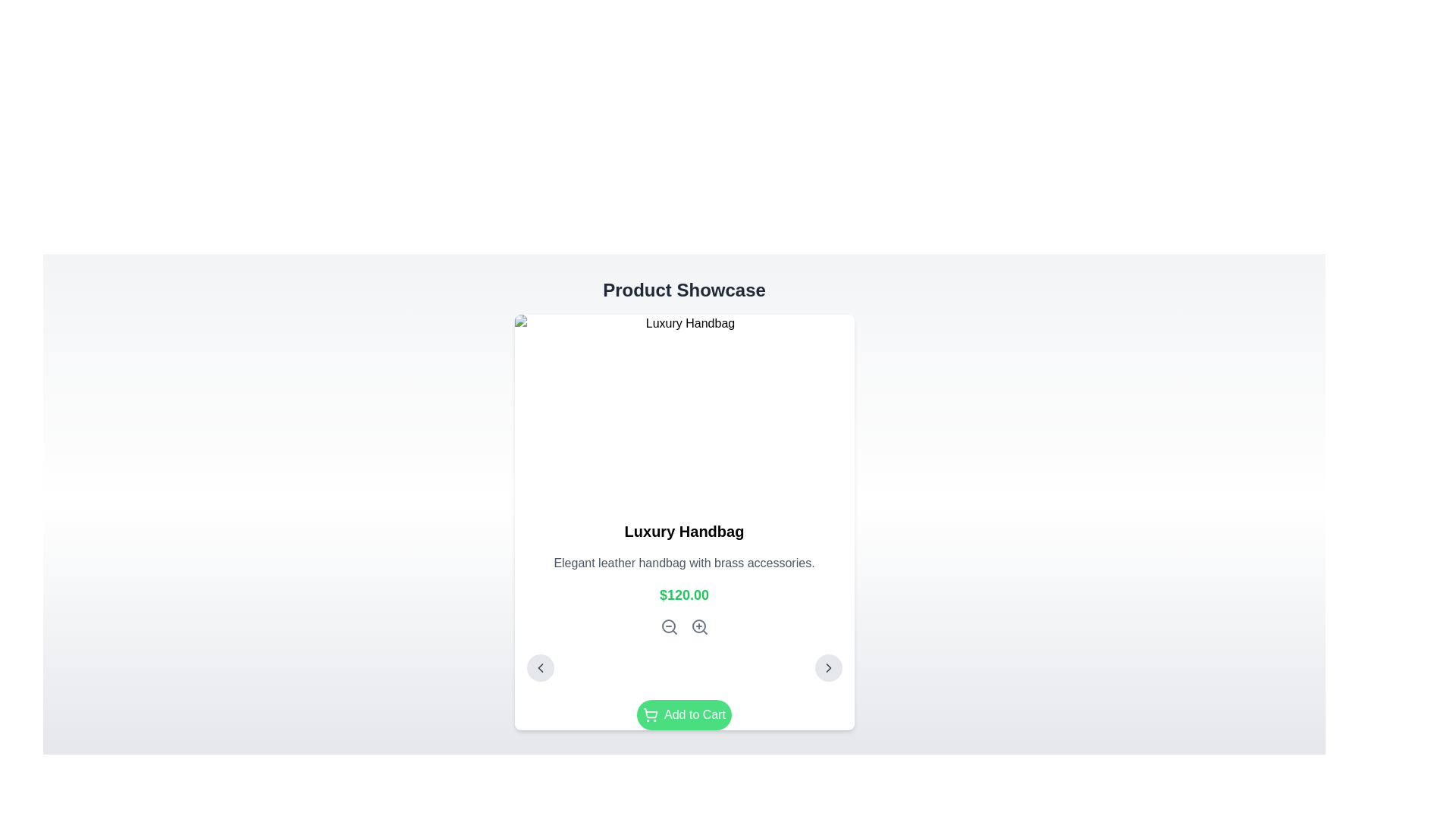 The width and height of the screenshot is (1456, 819). I want to click on the navigation icon located within the circular button at the bottom-right corner of the product display card, so click(827, 667).